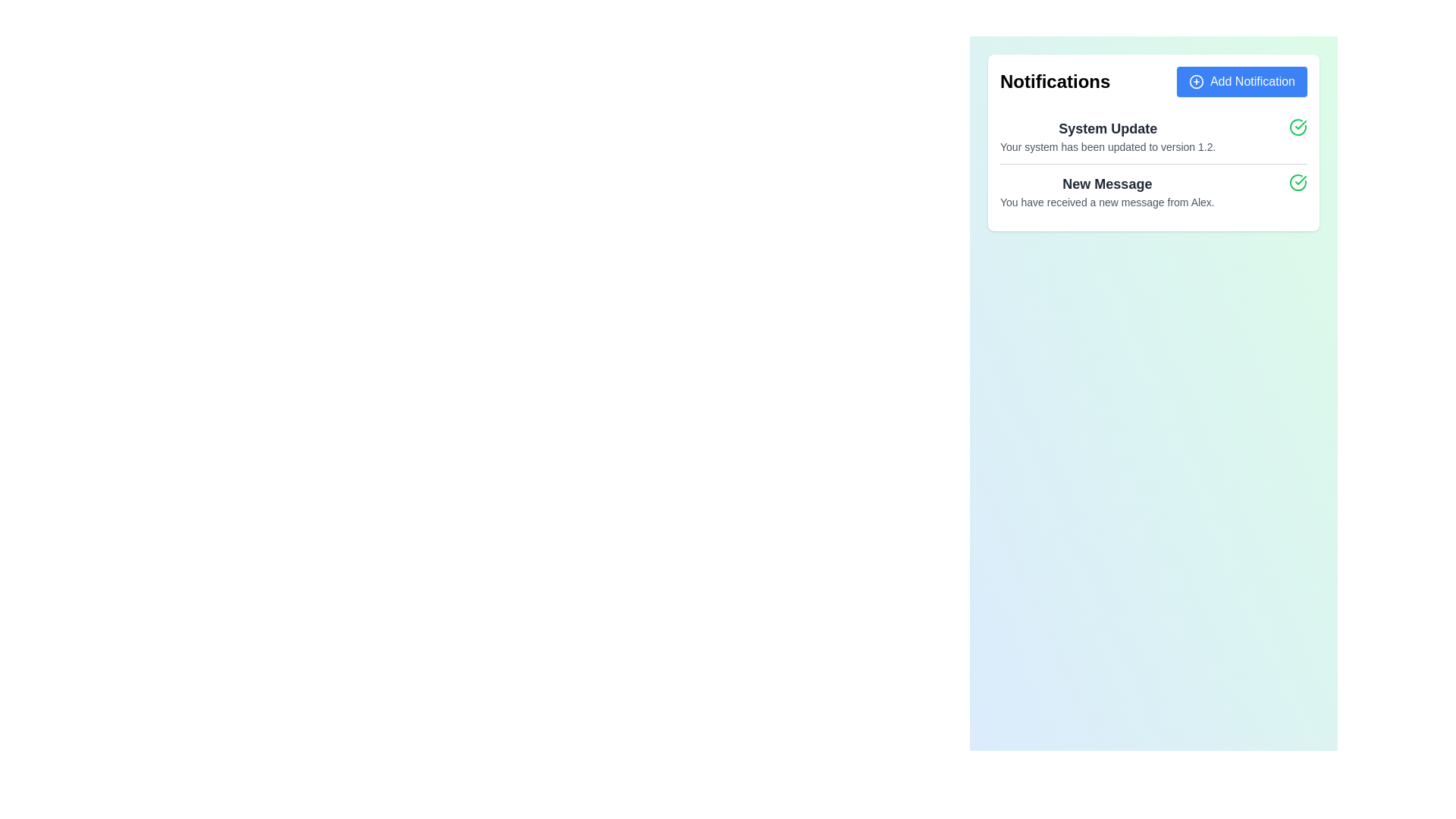  What do you see at coordinates (1153, 190) in the screenshot?
I see `the second notification element that informs the user of a new message from Alex, which is located directly below the 'System Update' notification` at bounding box center [1153, 190].